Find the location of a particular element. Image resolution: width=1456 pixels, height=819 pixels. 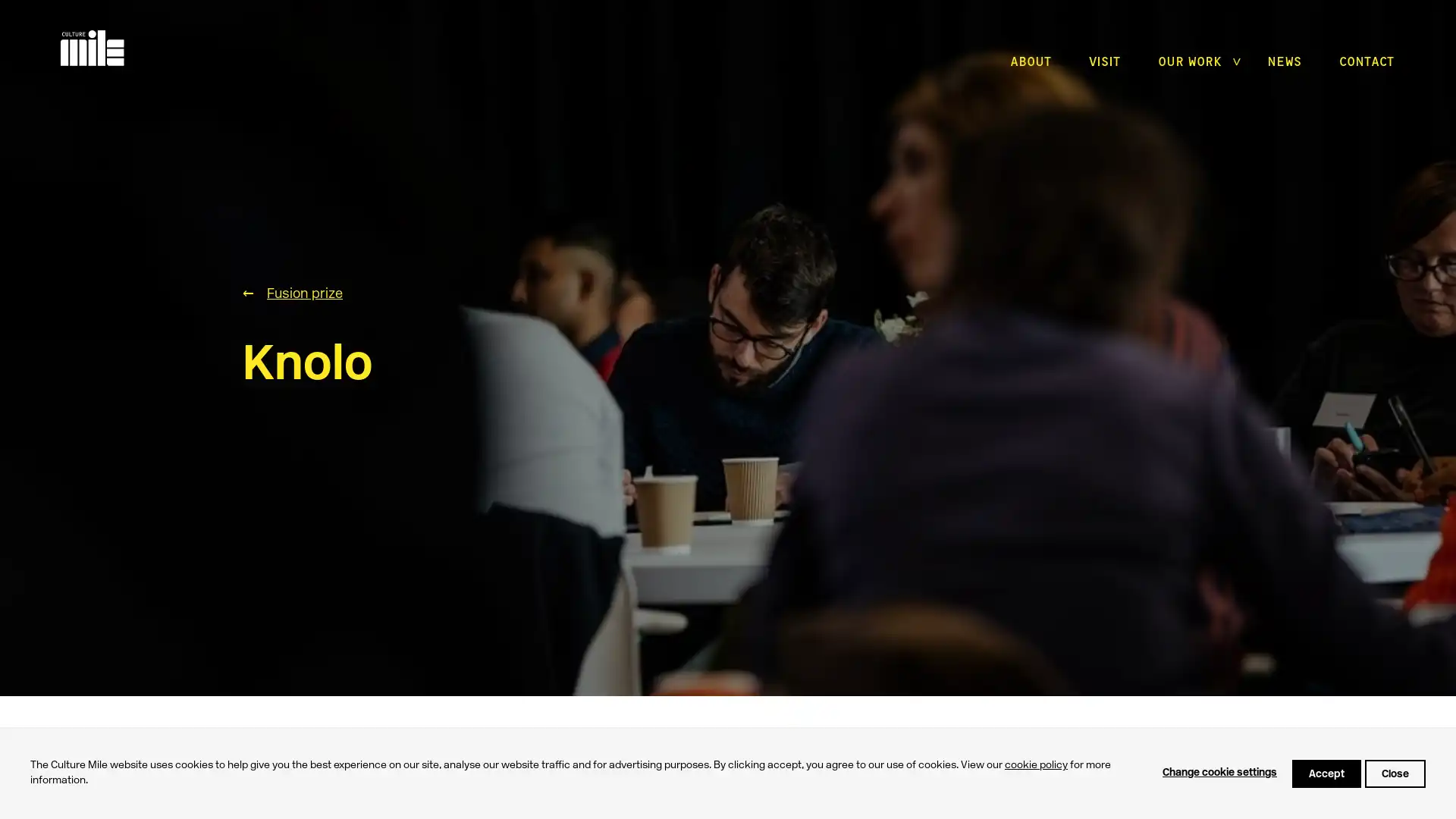

Close is located at coordinates (1395, 773).